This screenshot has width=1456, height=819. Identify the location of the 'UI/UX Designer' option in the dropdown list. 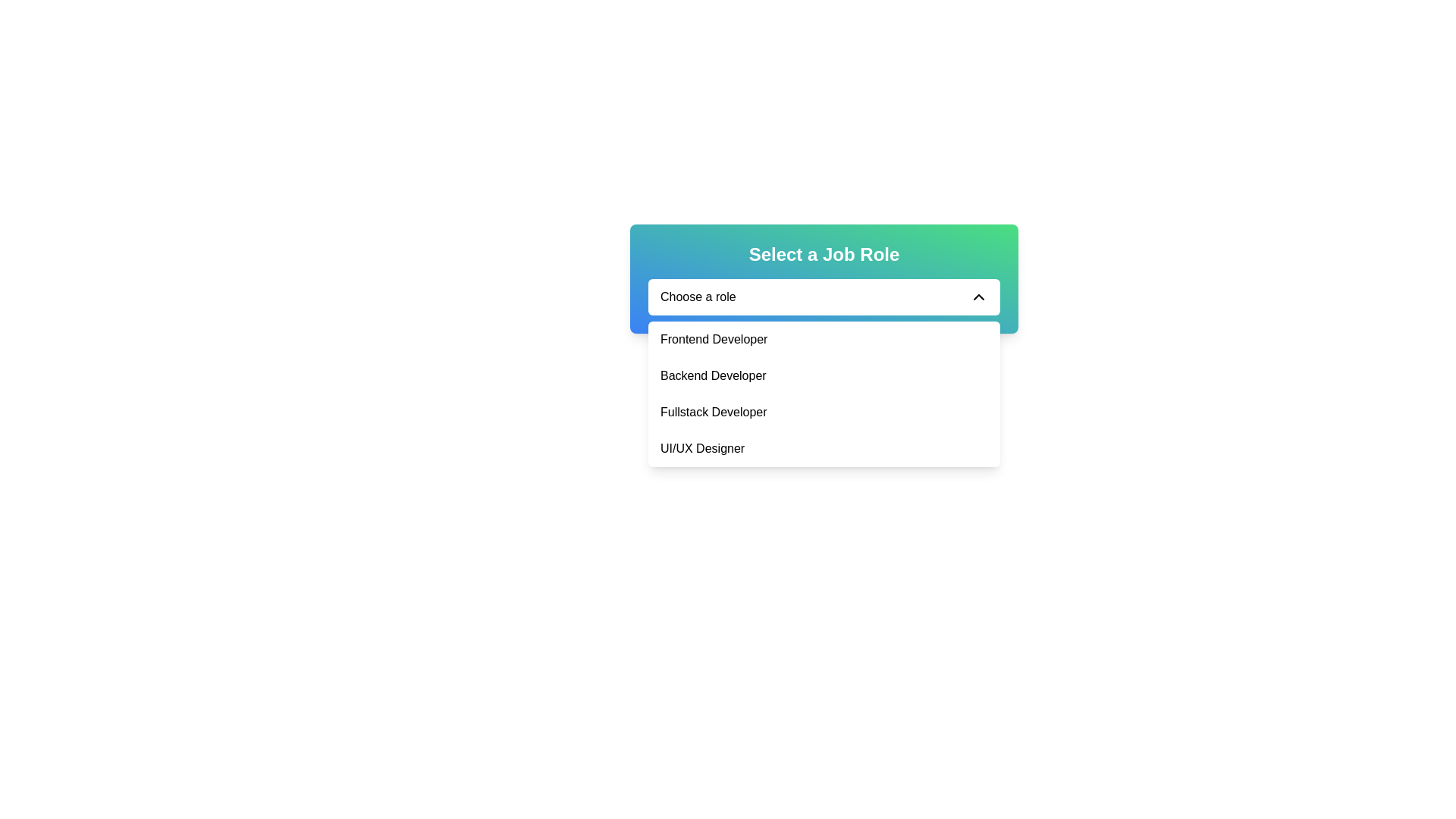
(823, 447).